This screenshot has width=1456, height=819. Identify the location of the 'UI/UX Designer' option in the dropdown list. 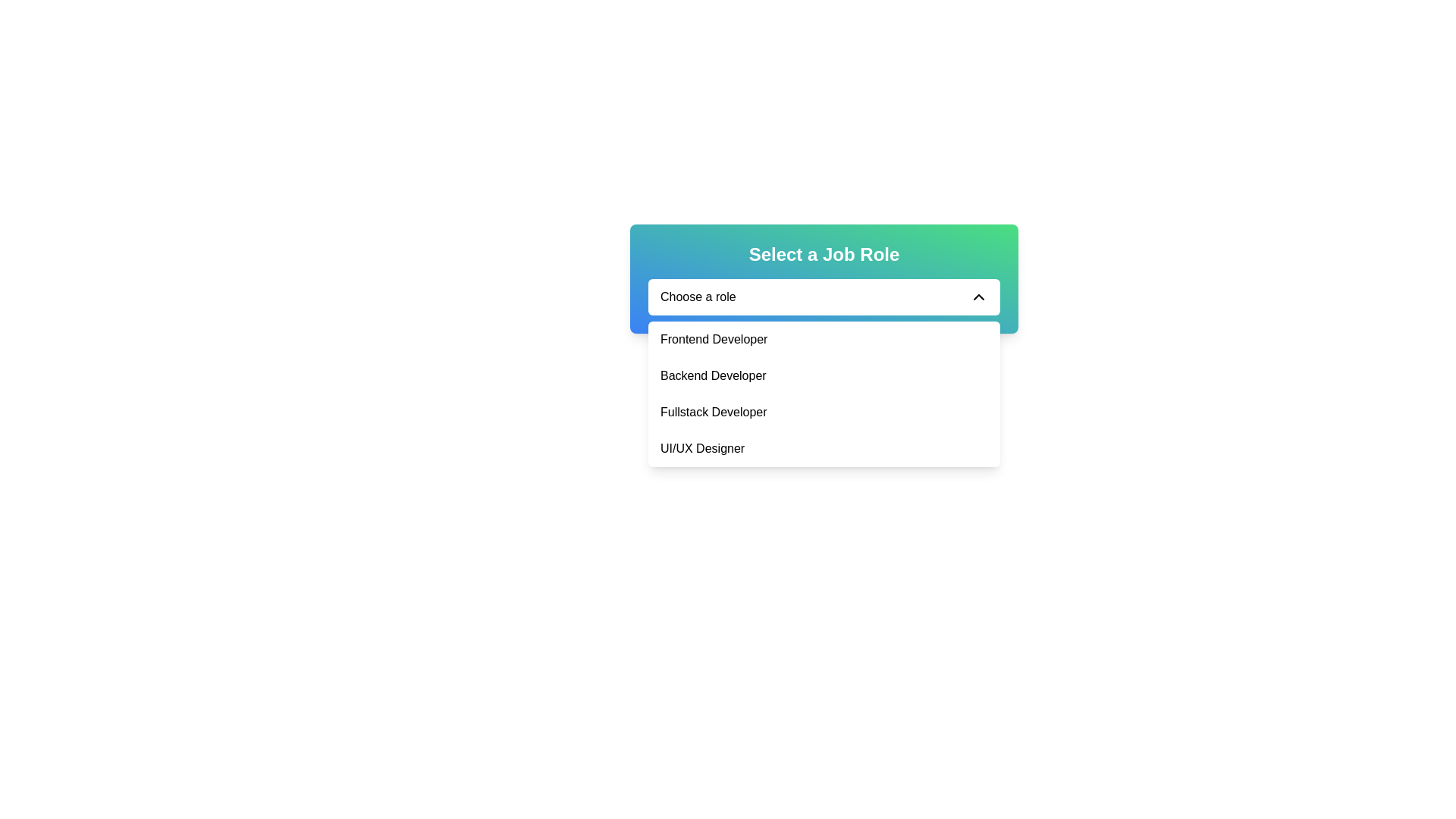
(823, 447).